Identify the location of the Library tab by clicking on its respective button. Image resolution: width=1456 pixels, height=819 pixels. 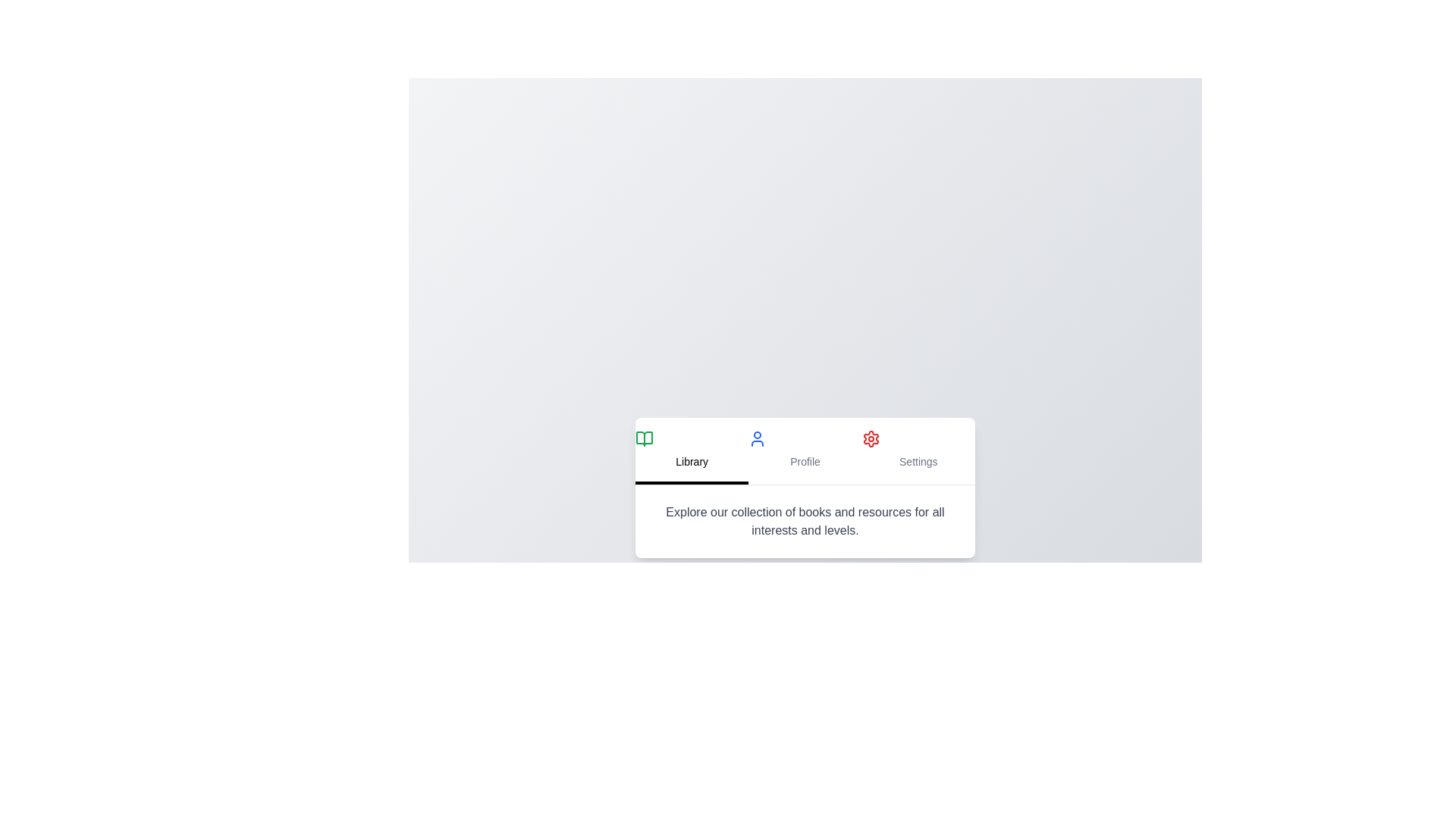
(691, 450).